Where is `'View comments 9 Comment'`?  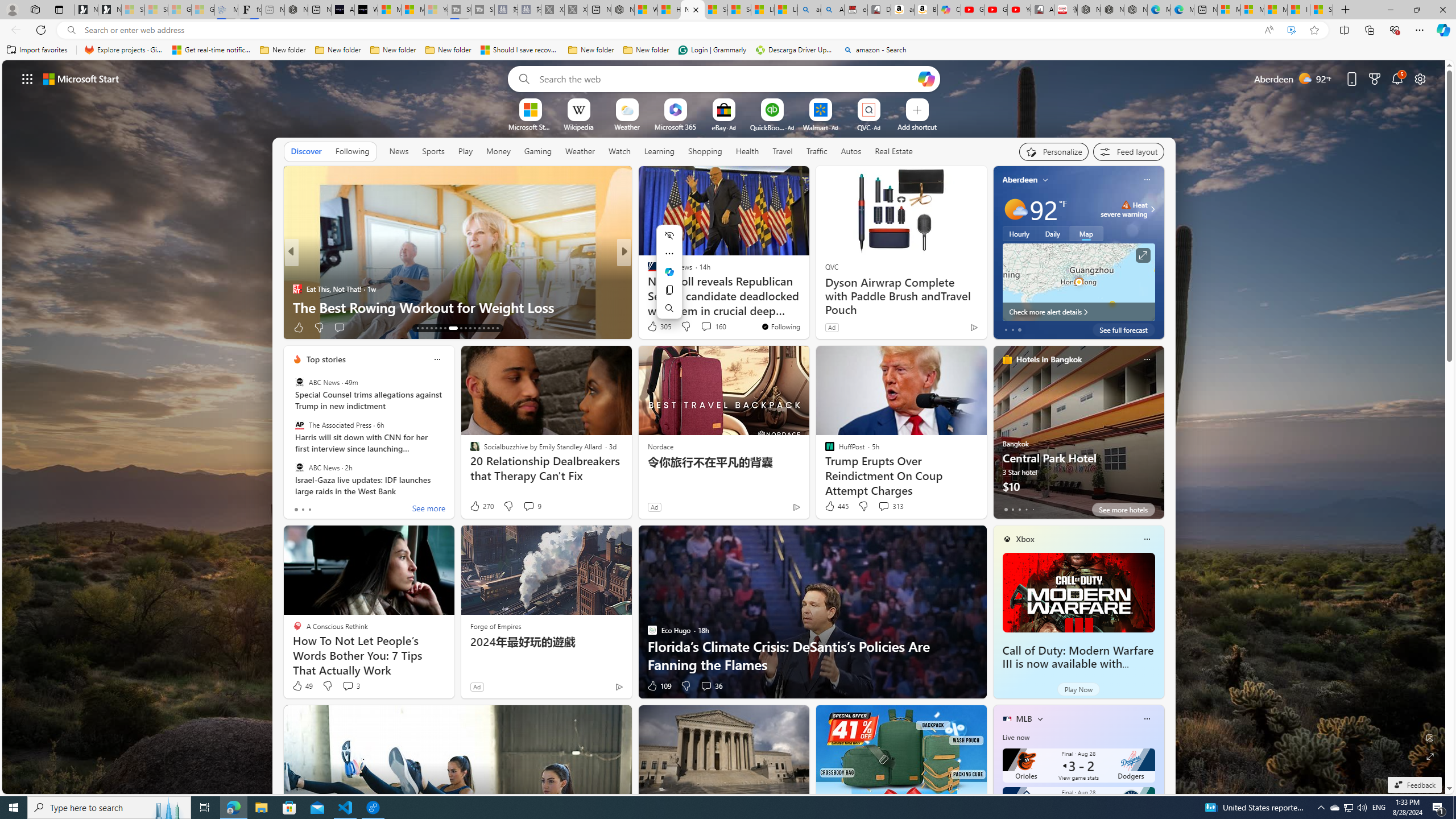 'View comments 9 Comment' is located at coordinates (531, 505).